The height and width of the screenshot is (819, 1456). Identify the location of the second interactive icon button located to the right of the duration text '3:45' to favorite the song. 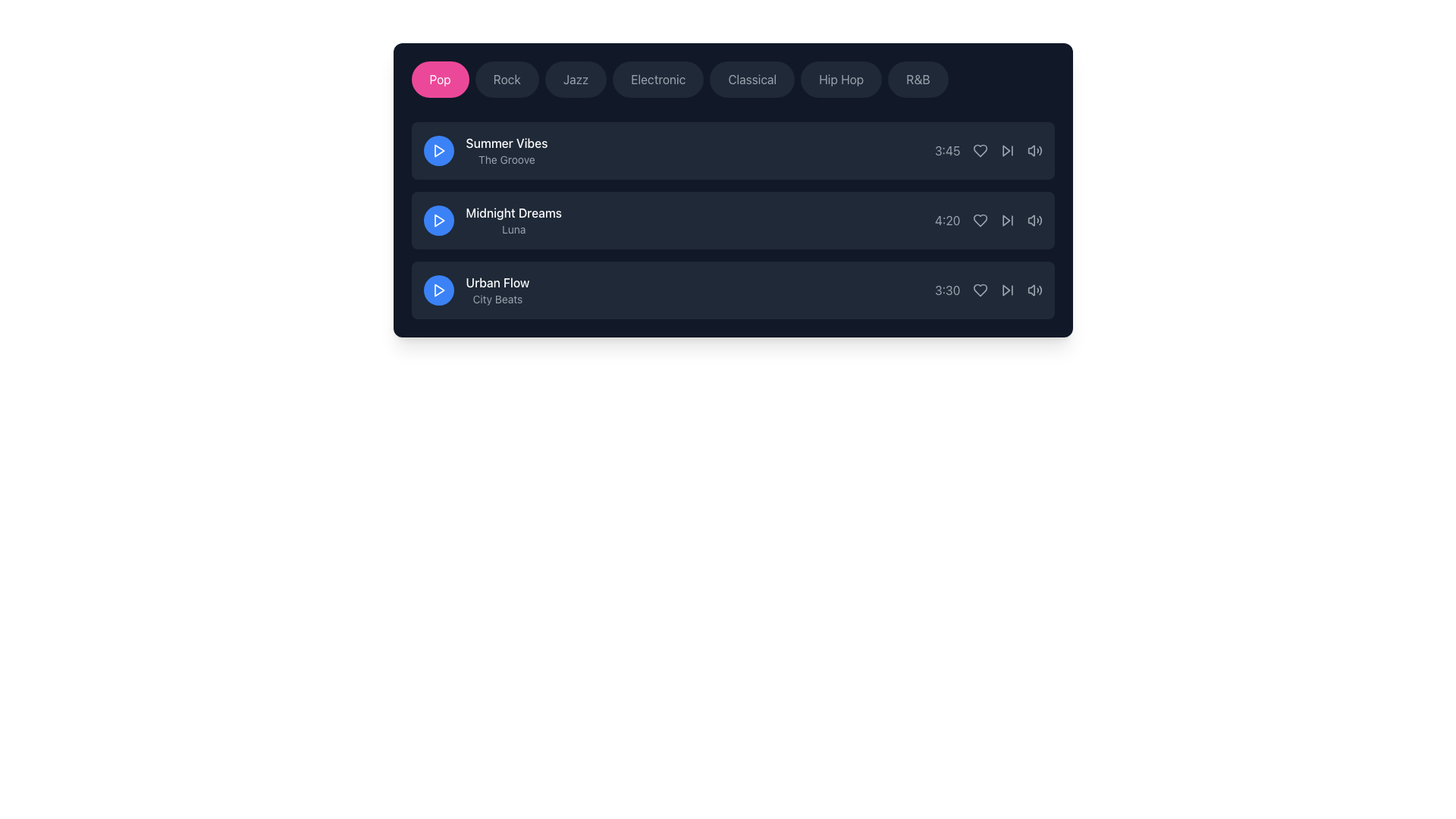
(980, 151).